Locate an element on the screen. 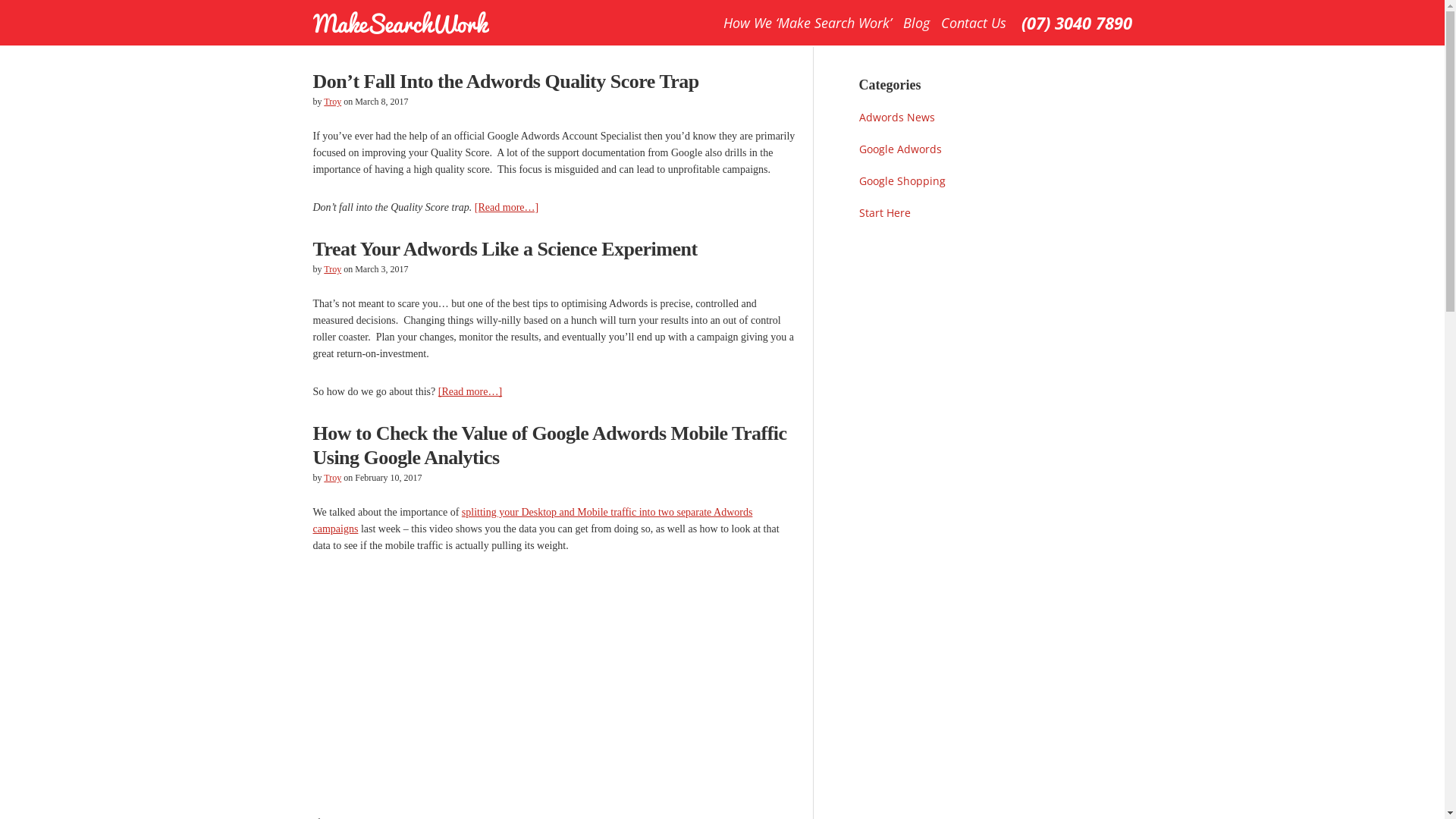 The width and height of the screenshot is (1456, 819). 'Treat Your Adwords Like a Science Experiment' is located at coordinates (504, 248).